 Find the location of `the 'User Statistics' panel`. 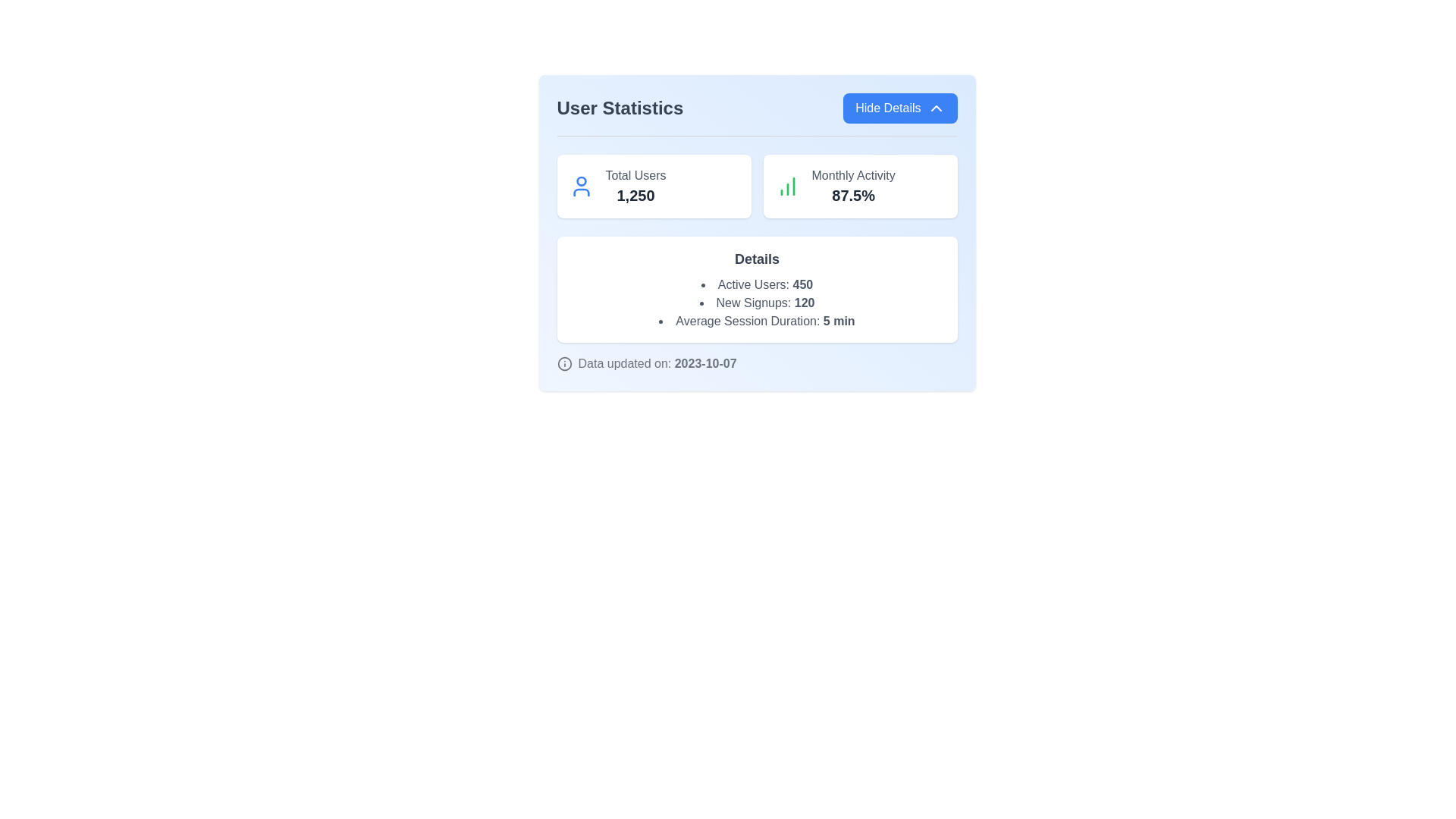

the 'User Statistics' panel is located at coordinates (757, 233).